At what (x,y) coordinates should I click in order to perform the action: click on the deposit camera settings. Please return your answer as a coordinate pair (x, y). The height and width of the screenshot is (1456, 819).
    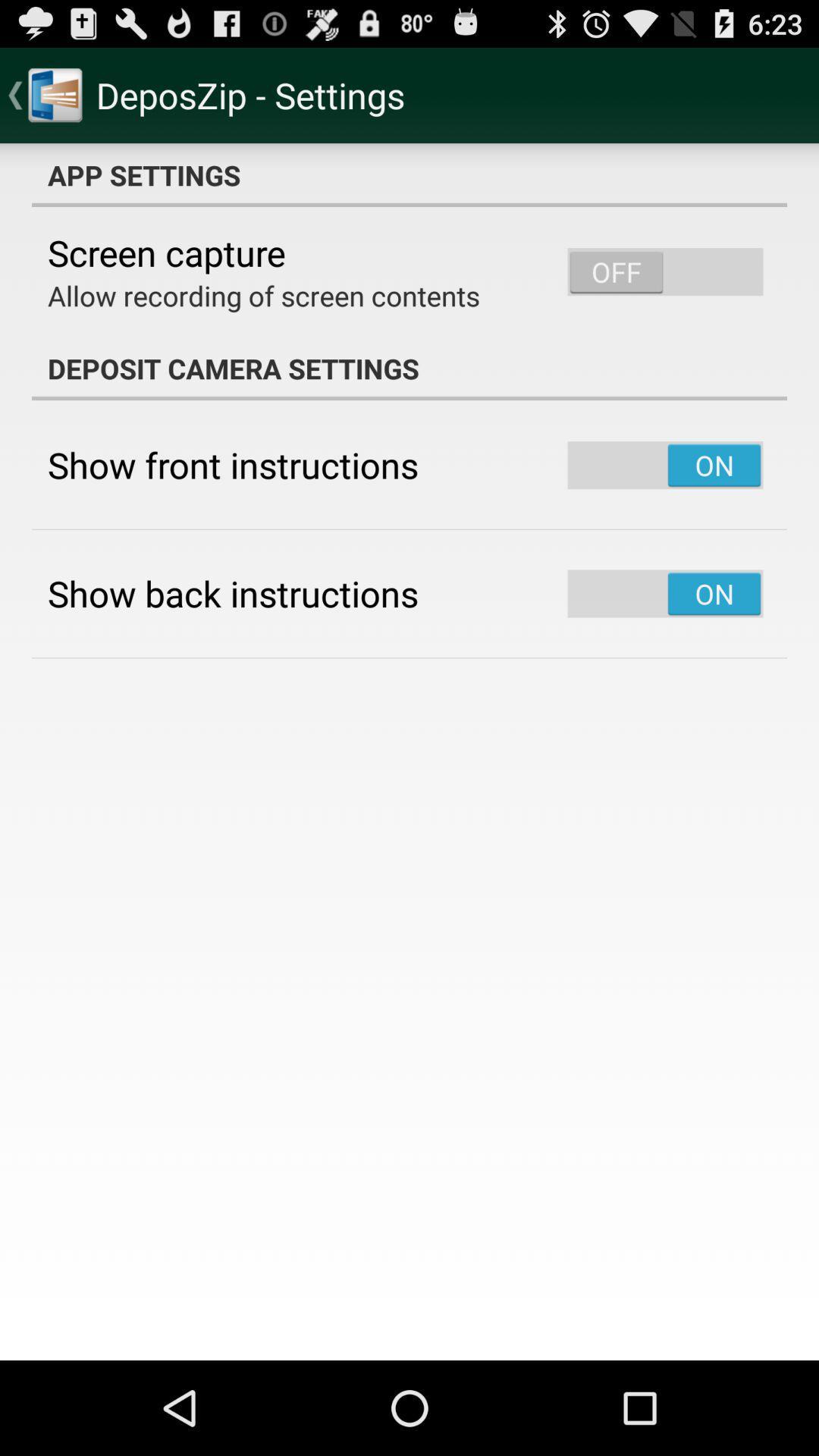
    Looking at the image, I should click on (409, 368).